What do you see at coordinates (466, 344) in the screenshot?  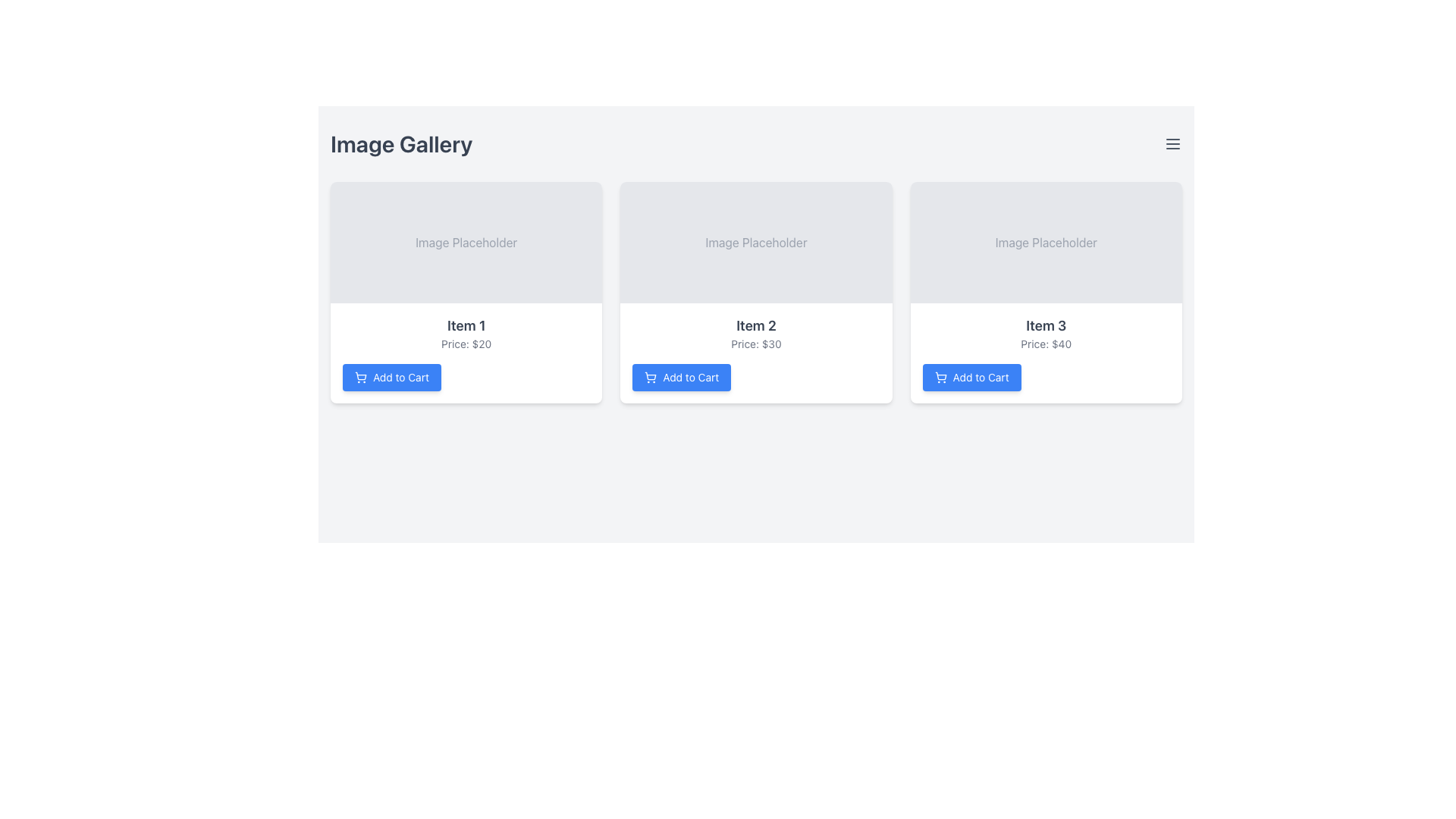 I see `the static text label displaying 'Price: $20', which is positioned below the 'Item 1' label and above the 'Add to Cart' button in the leftmost card component` at bounding box center [466, 344].